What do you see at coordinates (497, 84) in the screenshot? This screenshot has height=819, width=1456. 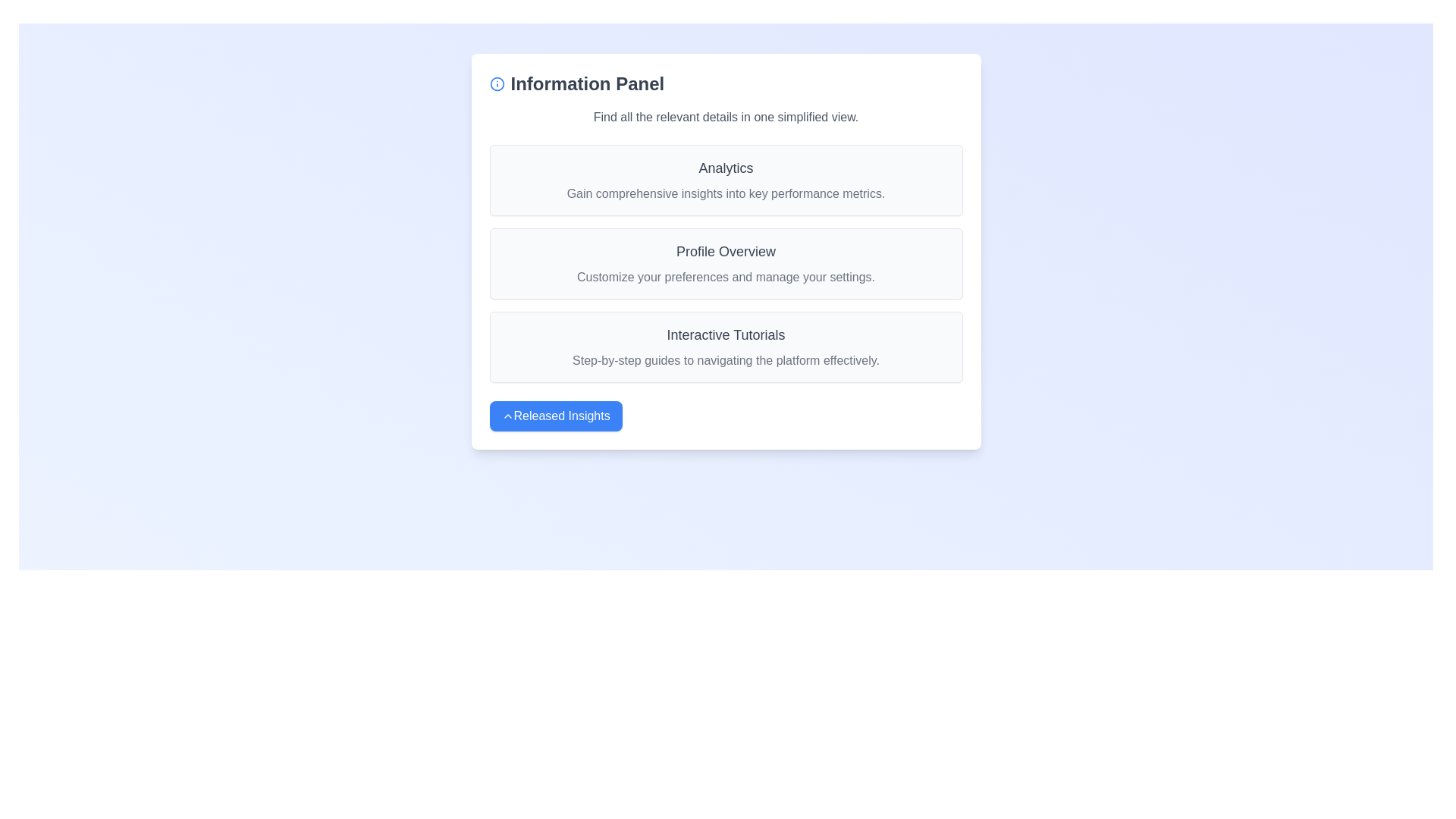 I see `the SVG circle element located in the top section of the information panel, adjacent to the title text 'Information Panel'` at bounding box center [497, 84].